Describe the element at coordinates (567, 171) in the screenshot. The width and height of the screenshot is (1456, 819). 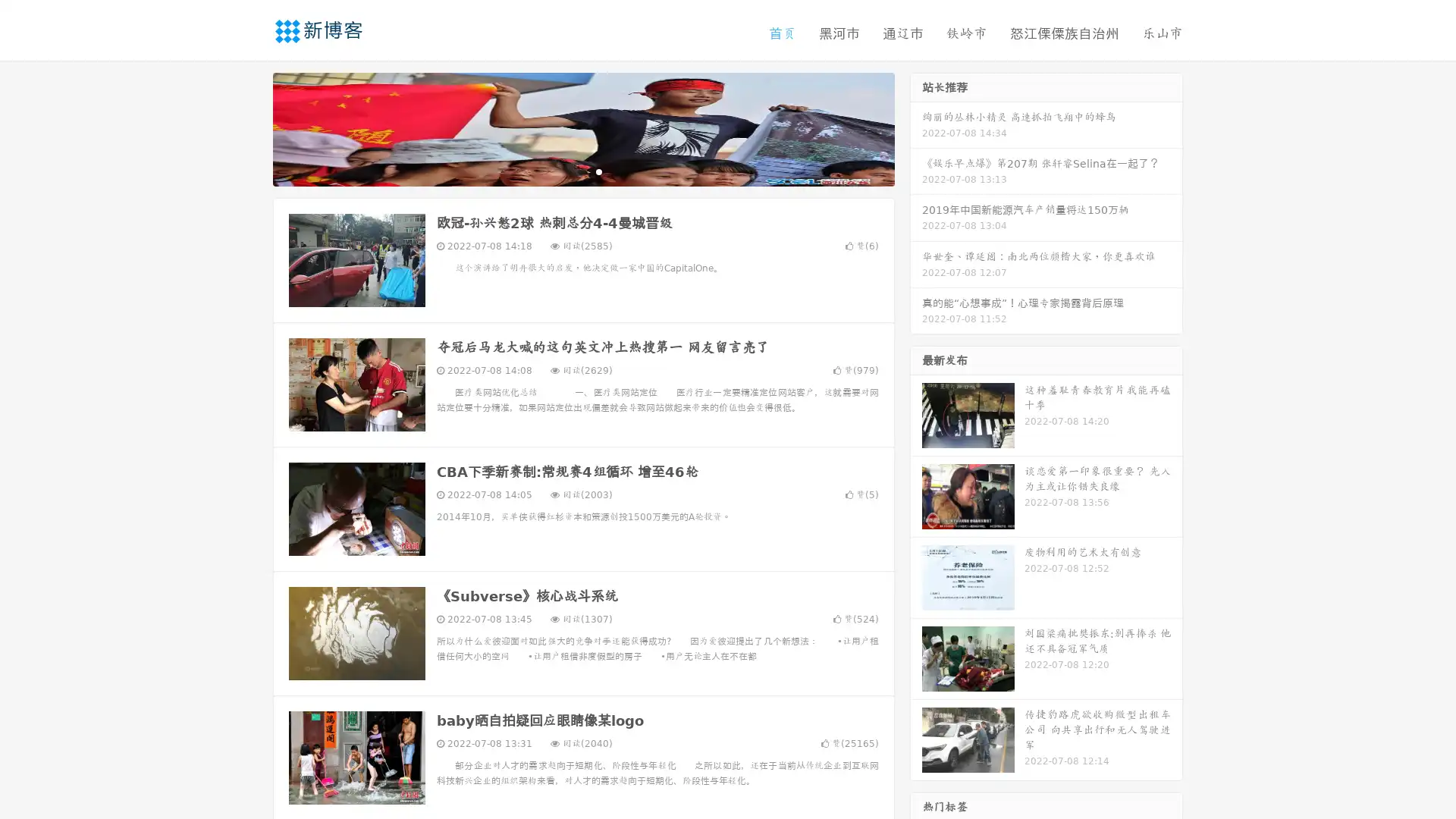
I see `Go to slide 1` at that location.